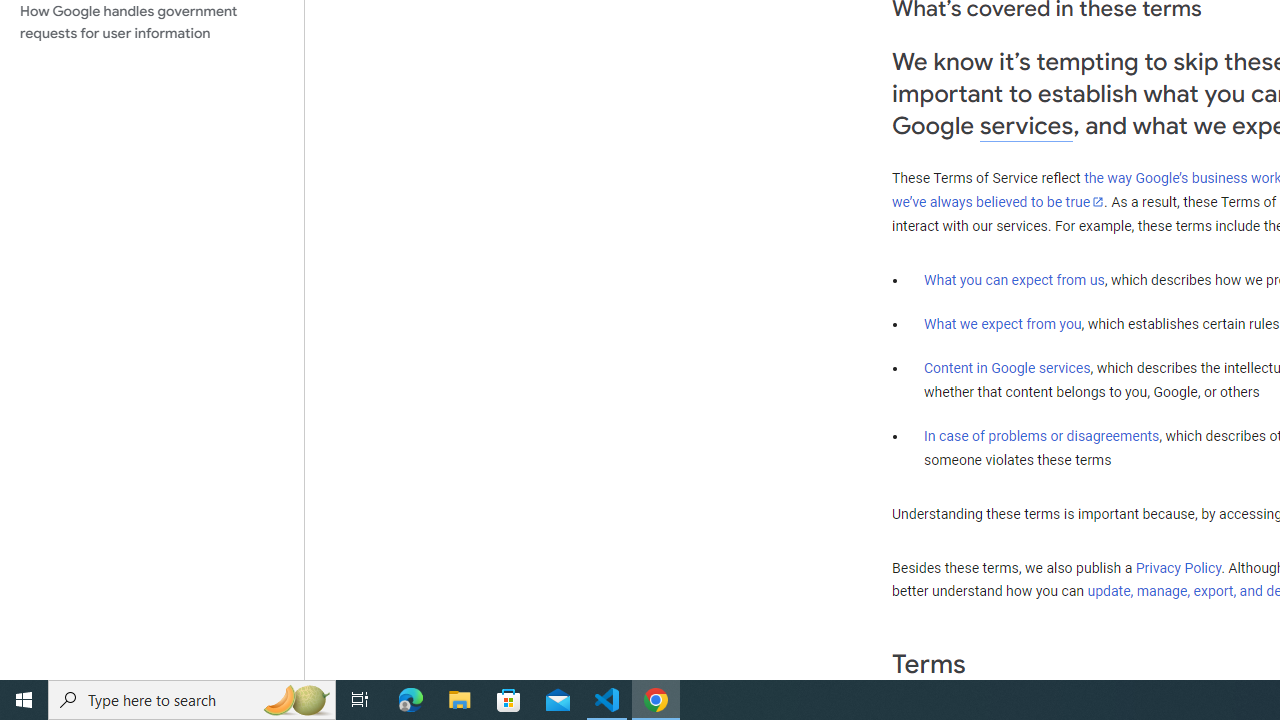 The width and height of the screenshot is (1280, 720). What do you see at coordinates (1026, 125) in the screenshot?
I see `'services'` at bounding box center [1026, 125].